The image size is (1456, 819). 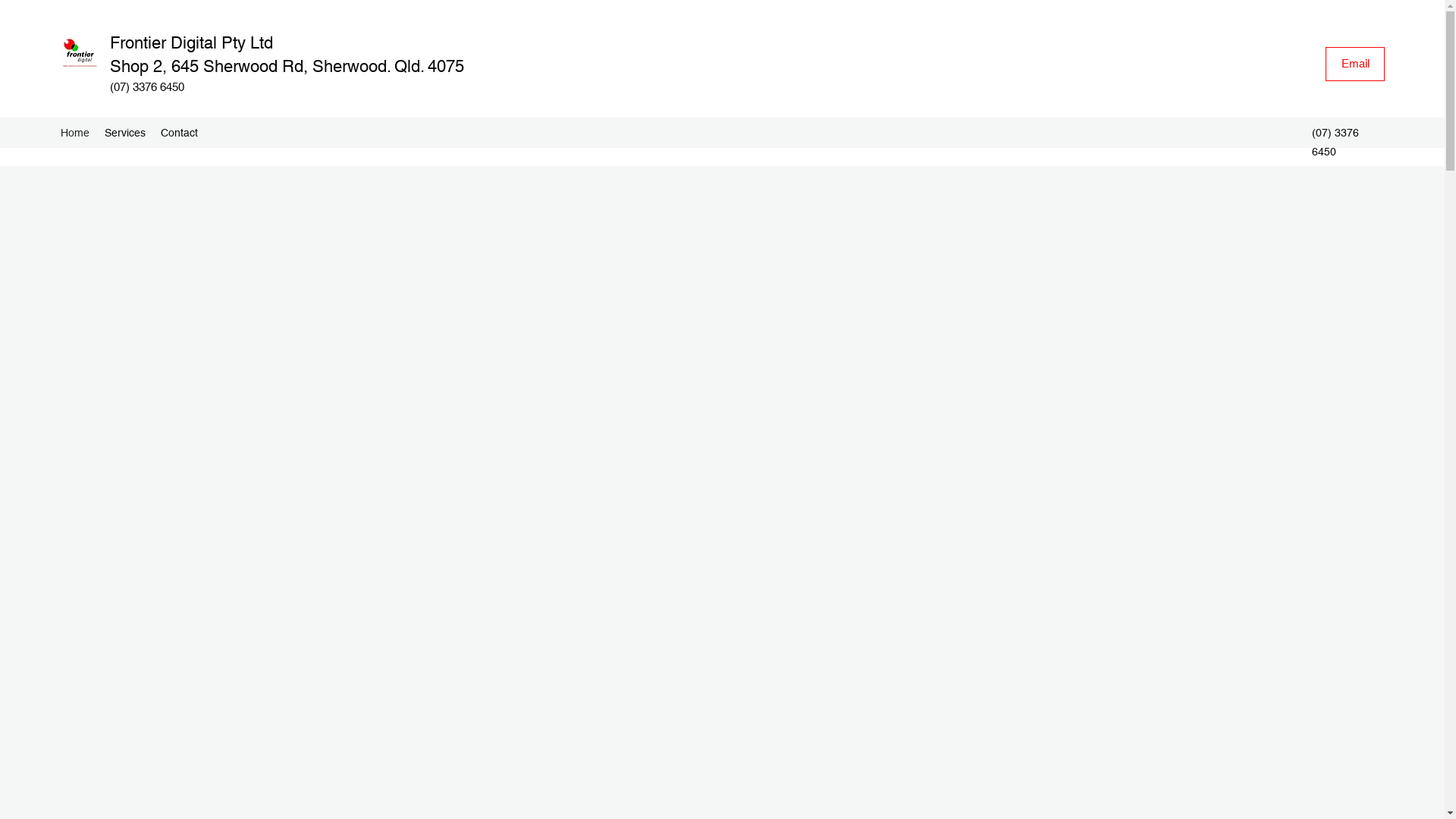 I want to click on 'Services', so click(x=96, y=131).